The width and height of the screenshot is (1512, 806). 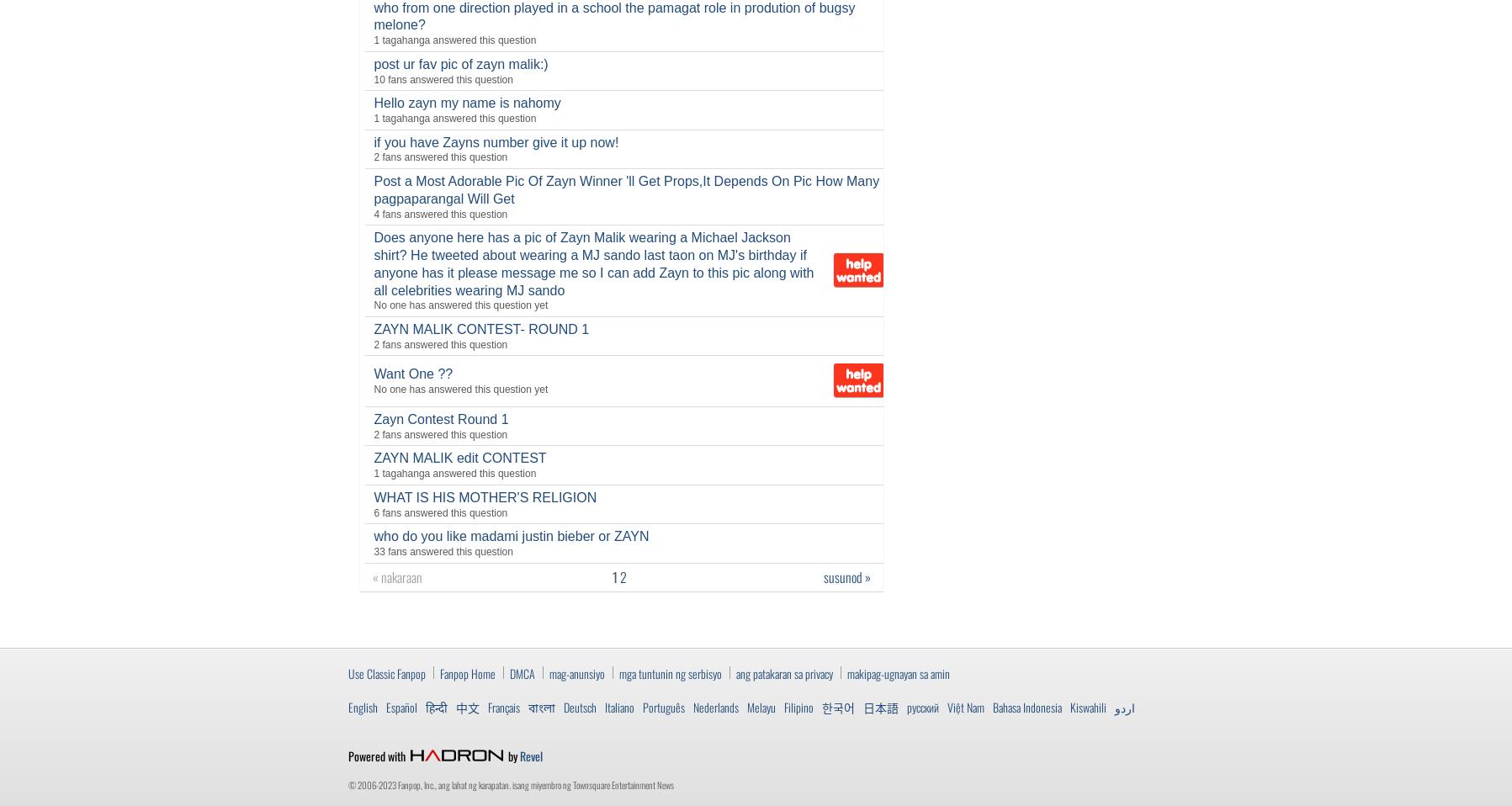 I want to click on 'Does anyone here has a pic of Zayn Malik wearing a Michael Jackson shirt? He tweeted about wearing a MJ sando last taon on MJ's birthday if anyone has it please message me so I can add Zayn to this pic along with all celebrities wearing MJ sando', so click(x=373, y=263).